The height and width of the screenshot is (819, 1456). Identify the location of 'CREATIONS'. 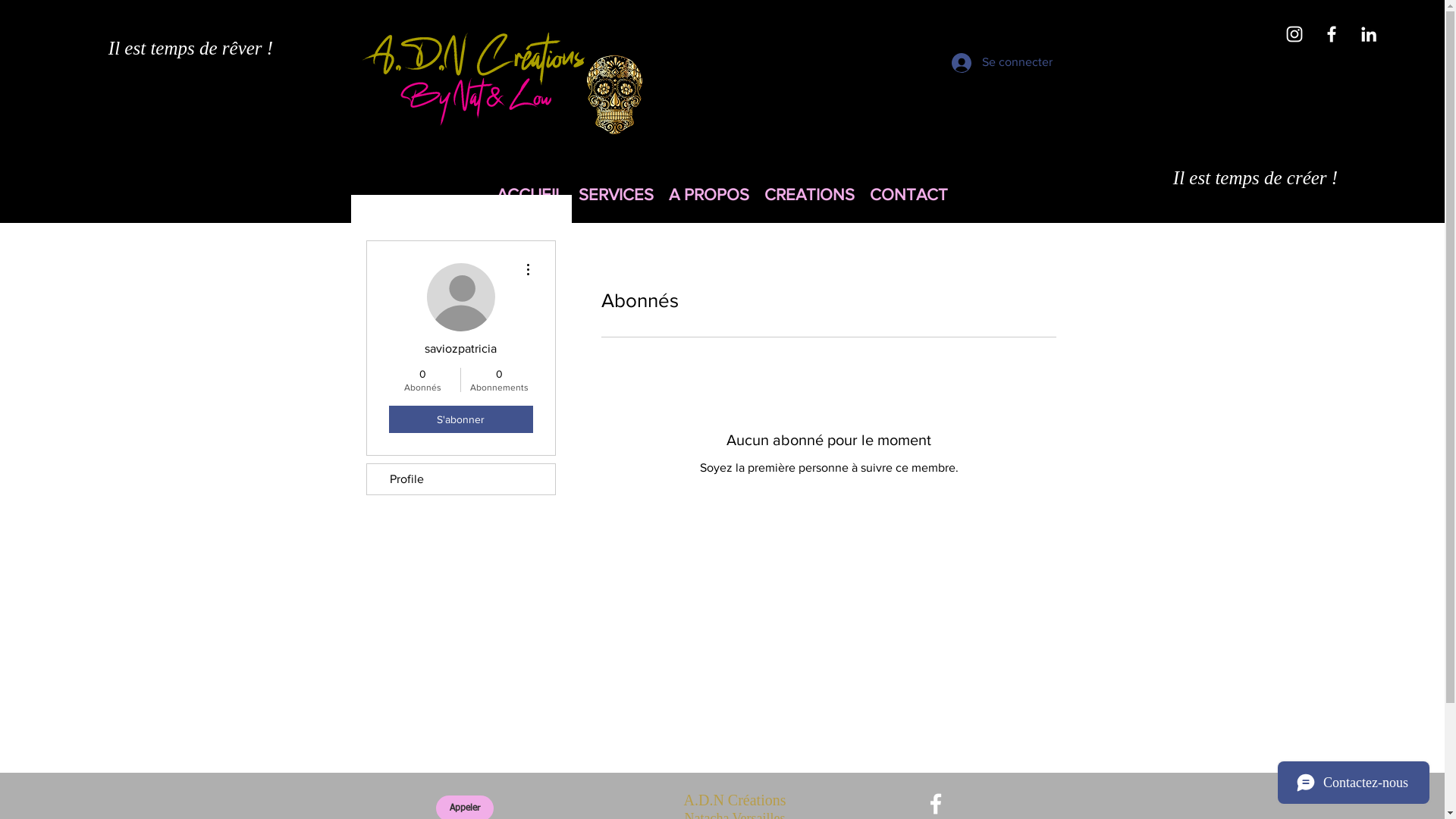
(808, 193).